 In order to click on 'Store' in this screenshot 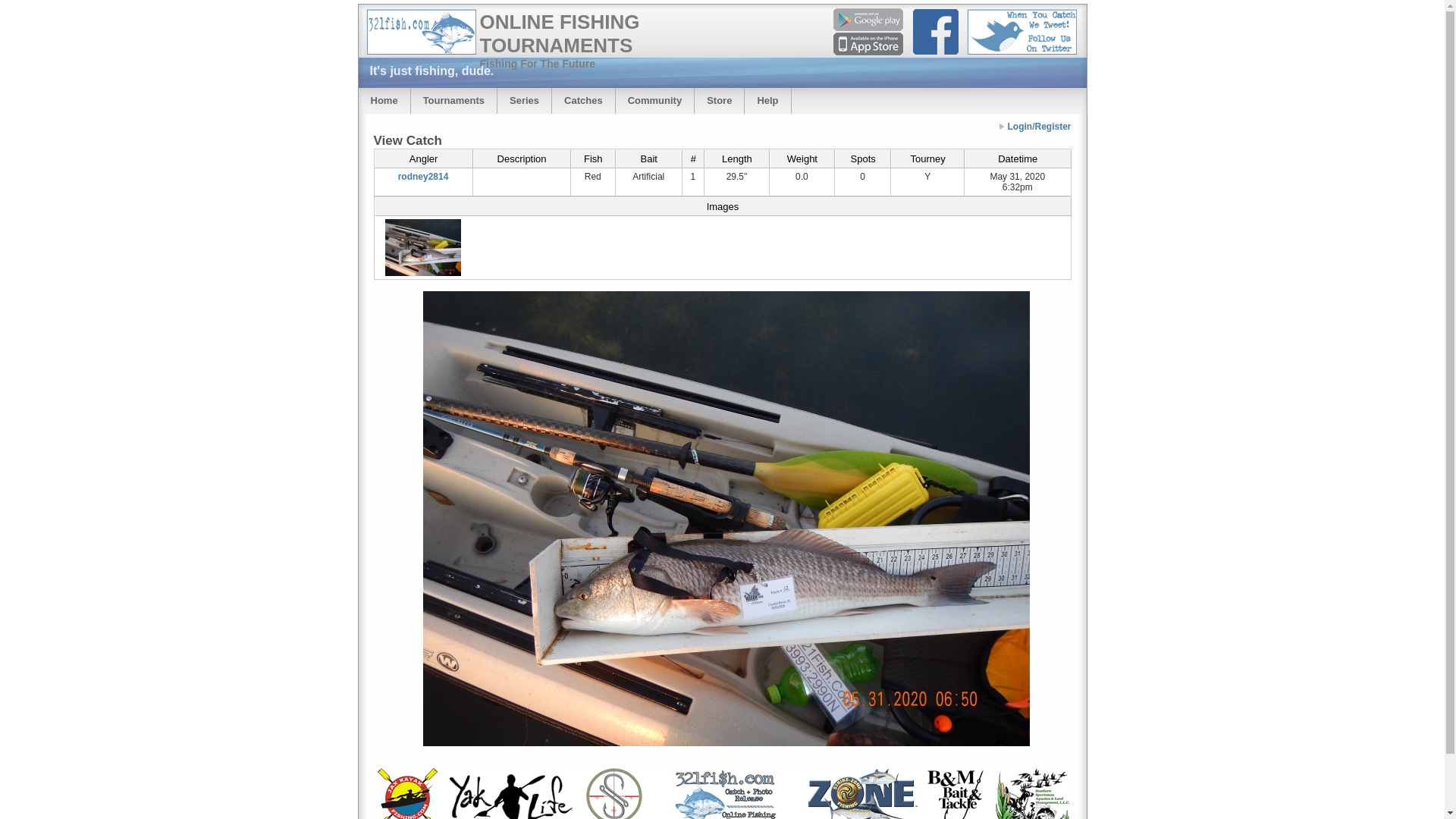, I will do `click(718, 100)`.